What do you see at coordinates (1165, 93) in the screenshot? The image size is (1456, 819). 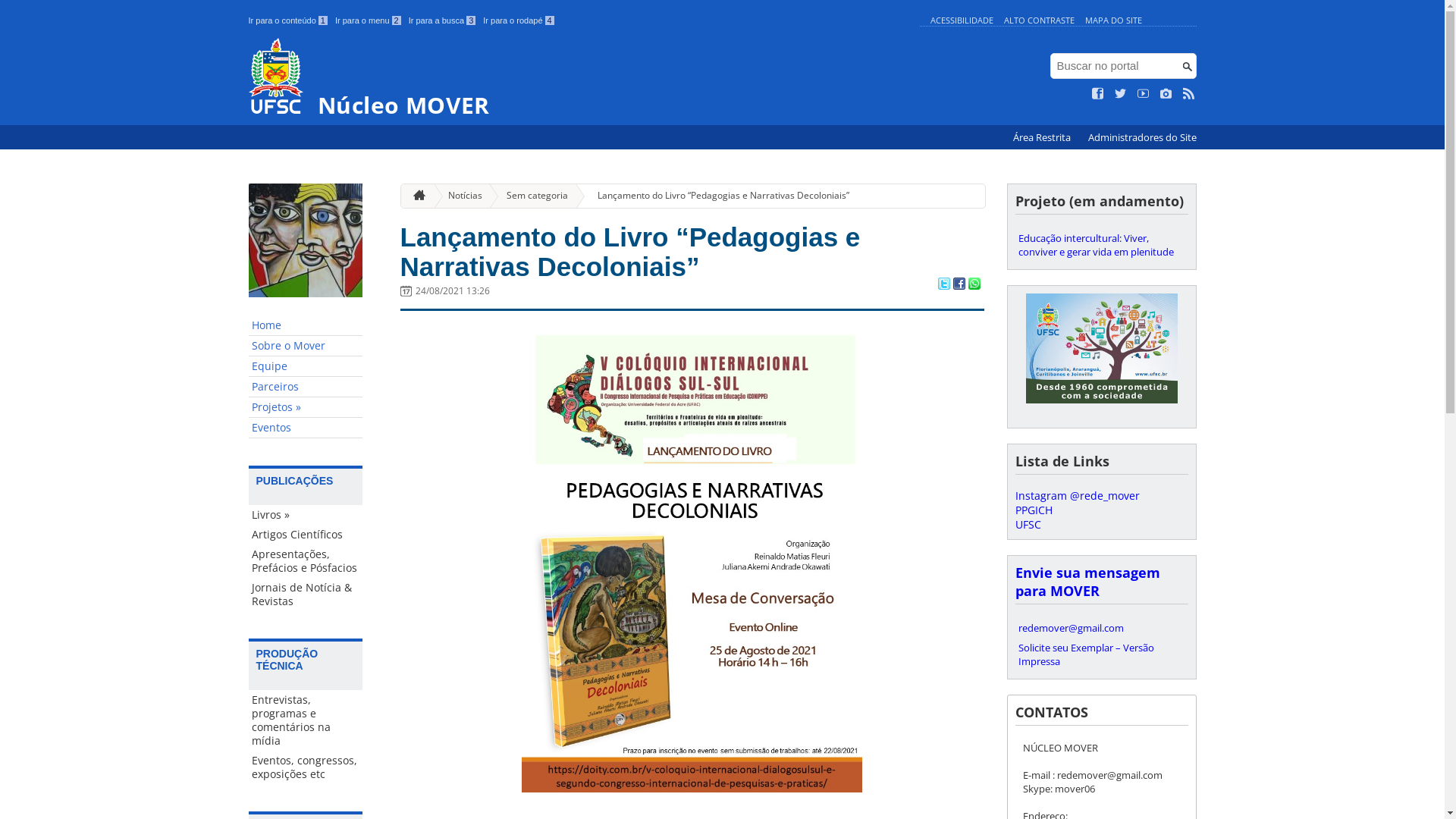 I see `'Veja no Instagram'` at bounding box center [1165, 93].